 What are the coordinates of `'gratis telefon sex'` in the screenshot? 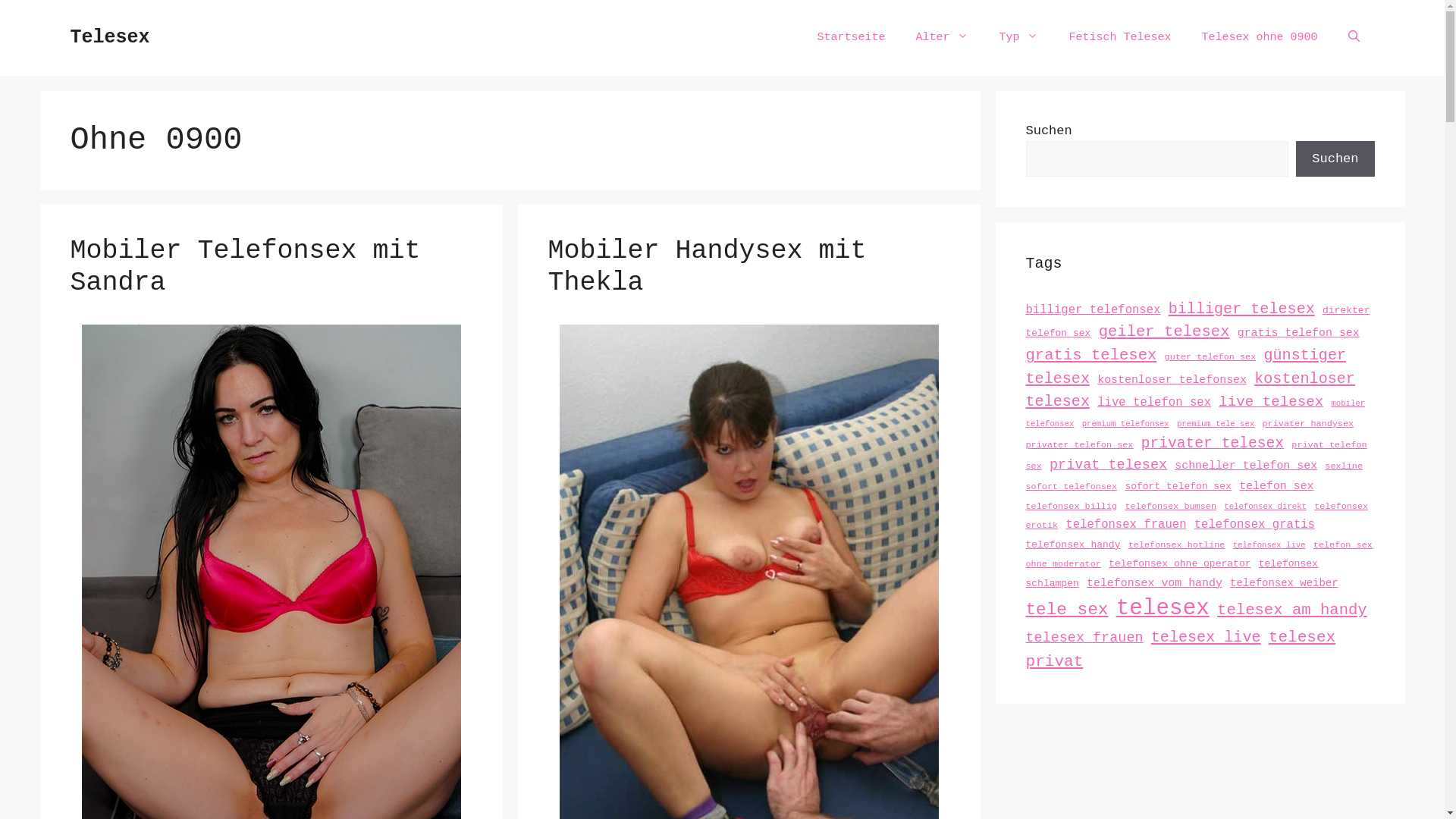 It's located at (1298, 332).